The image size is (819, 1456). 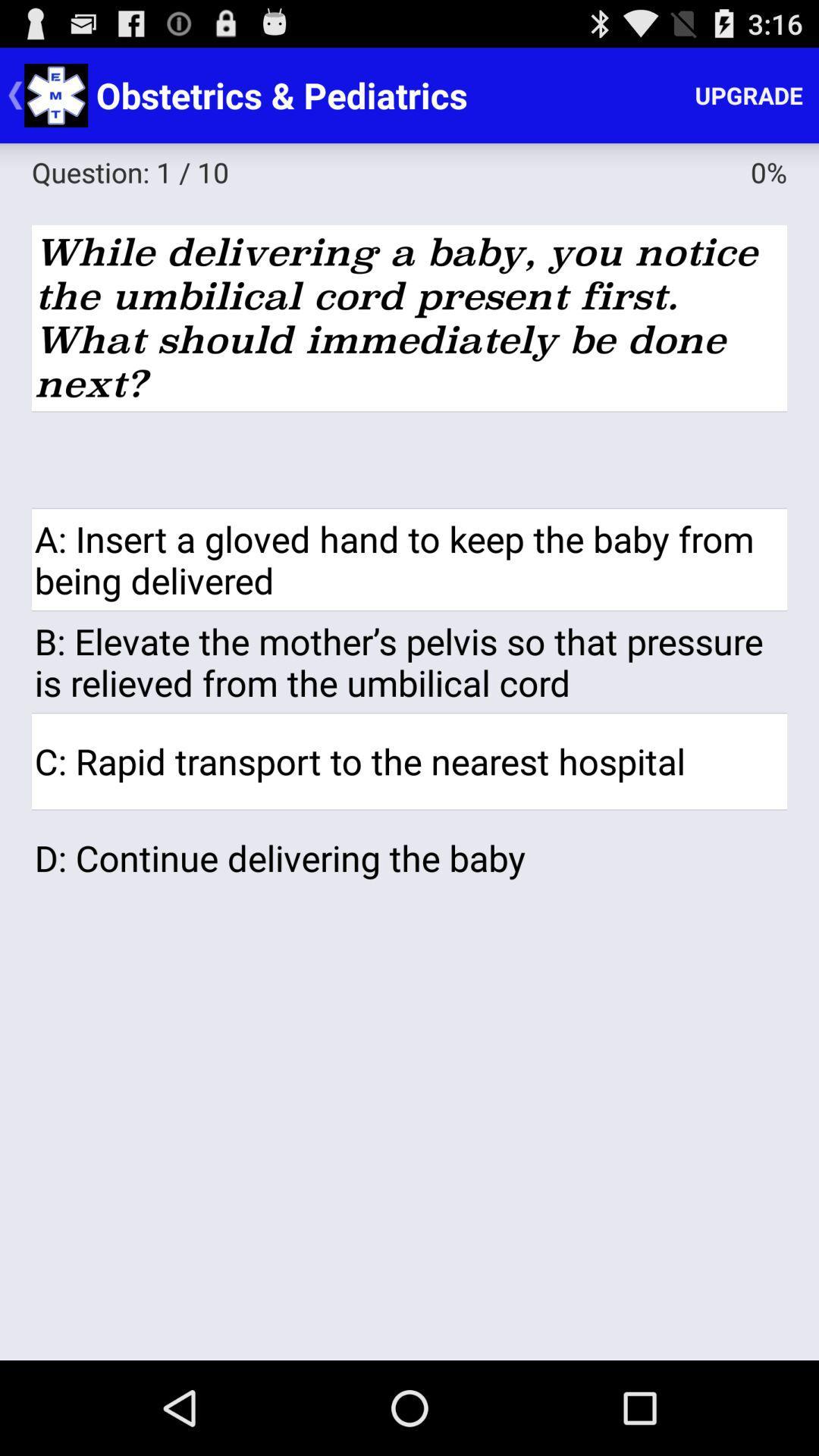 What do you see at coordinates (409, 317) in the screenshot?
I see `the while delivering a` at bounding box center [409, 317].